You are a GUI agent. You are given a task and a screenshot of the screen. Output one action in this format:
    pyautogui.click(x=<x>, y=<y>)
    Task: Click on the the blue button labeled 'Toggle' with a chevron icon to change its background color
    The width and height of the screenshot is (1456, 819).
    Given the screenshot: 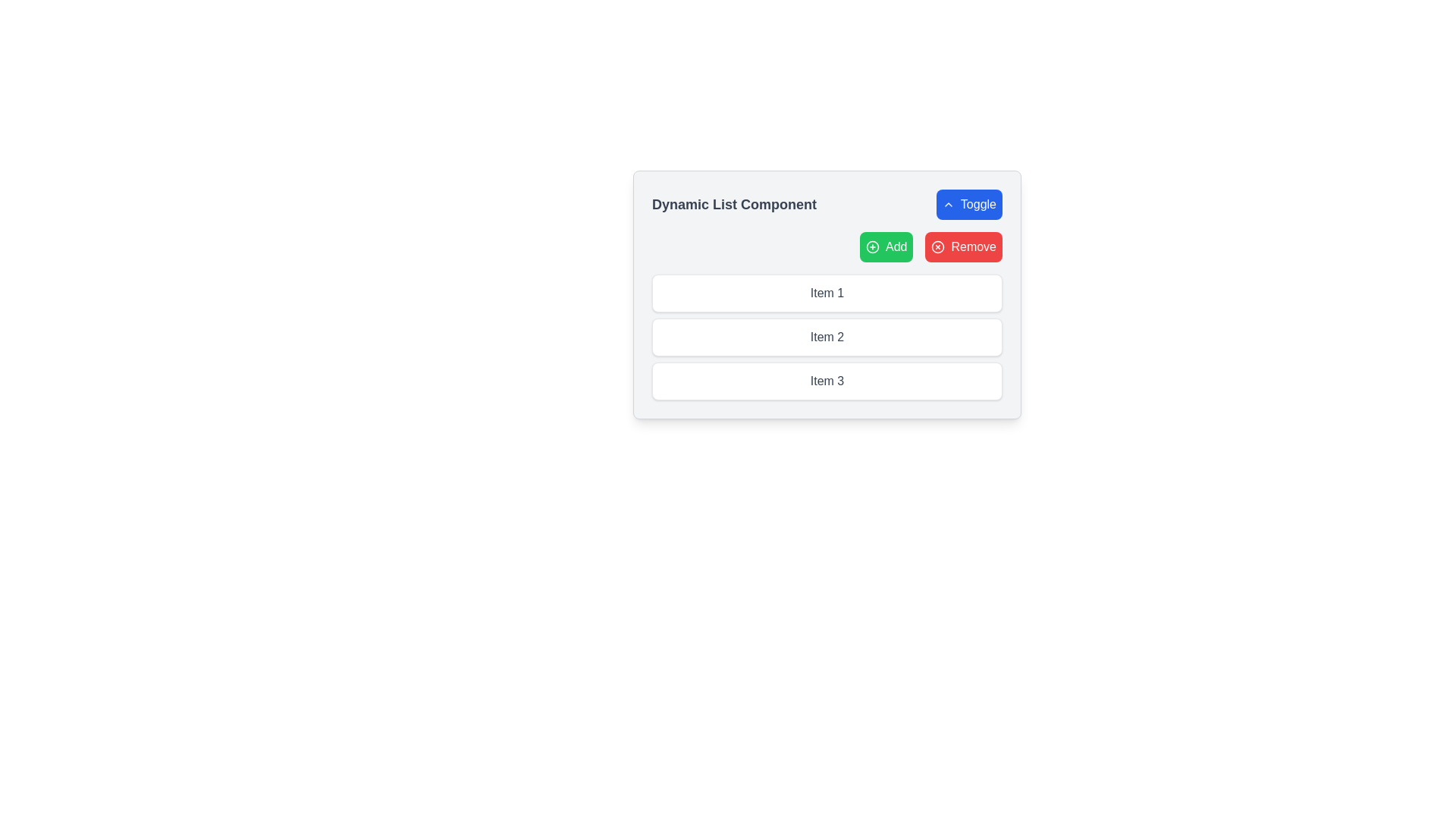 What is the action you would take?
    pyautogui.click(x=968, y=205)
    